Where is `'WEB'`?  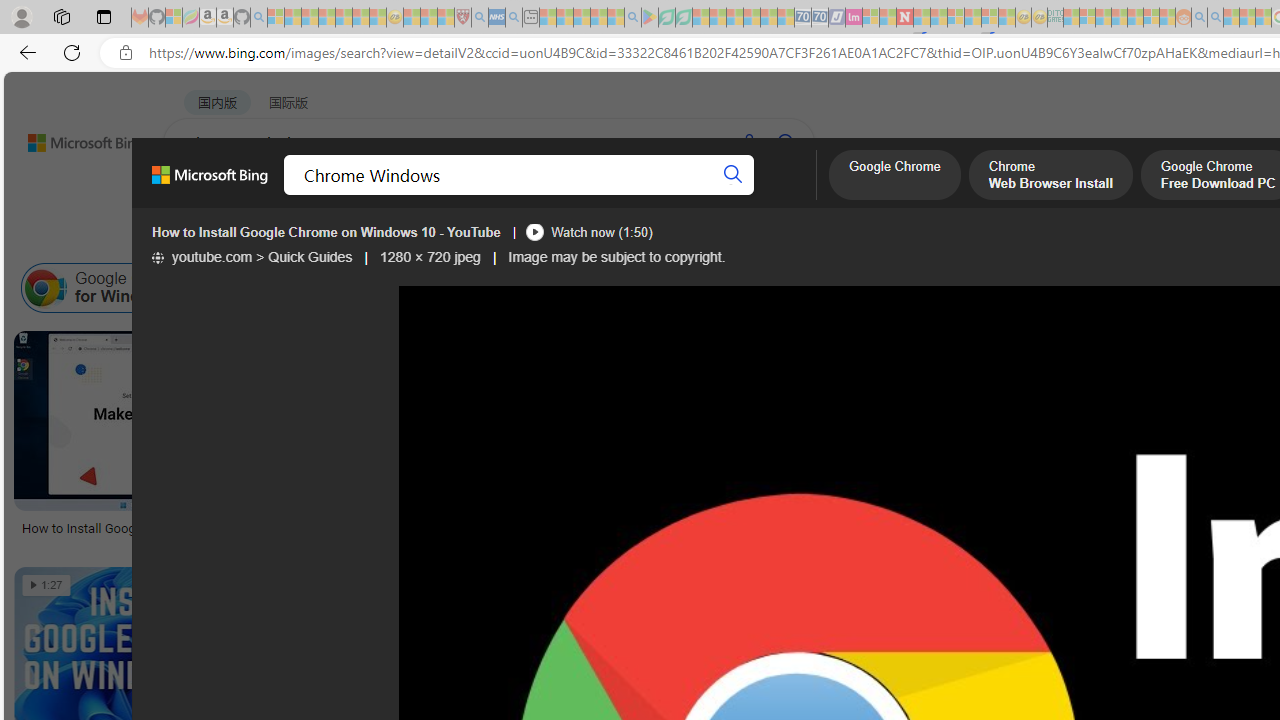 'WEB' is located at coordinates (201, 195).